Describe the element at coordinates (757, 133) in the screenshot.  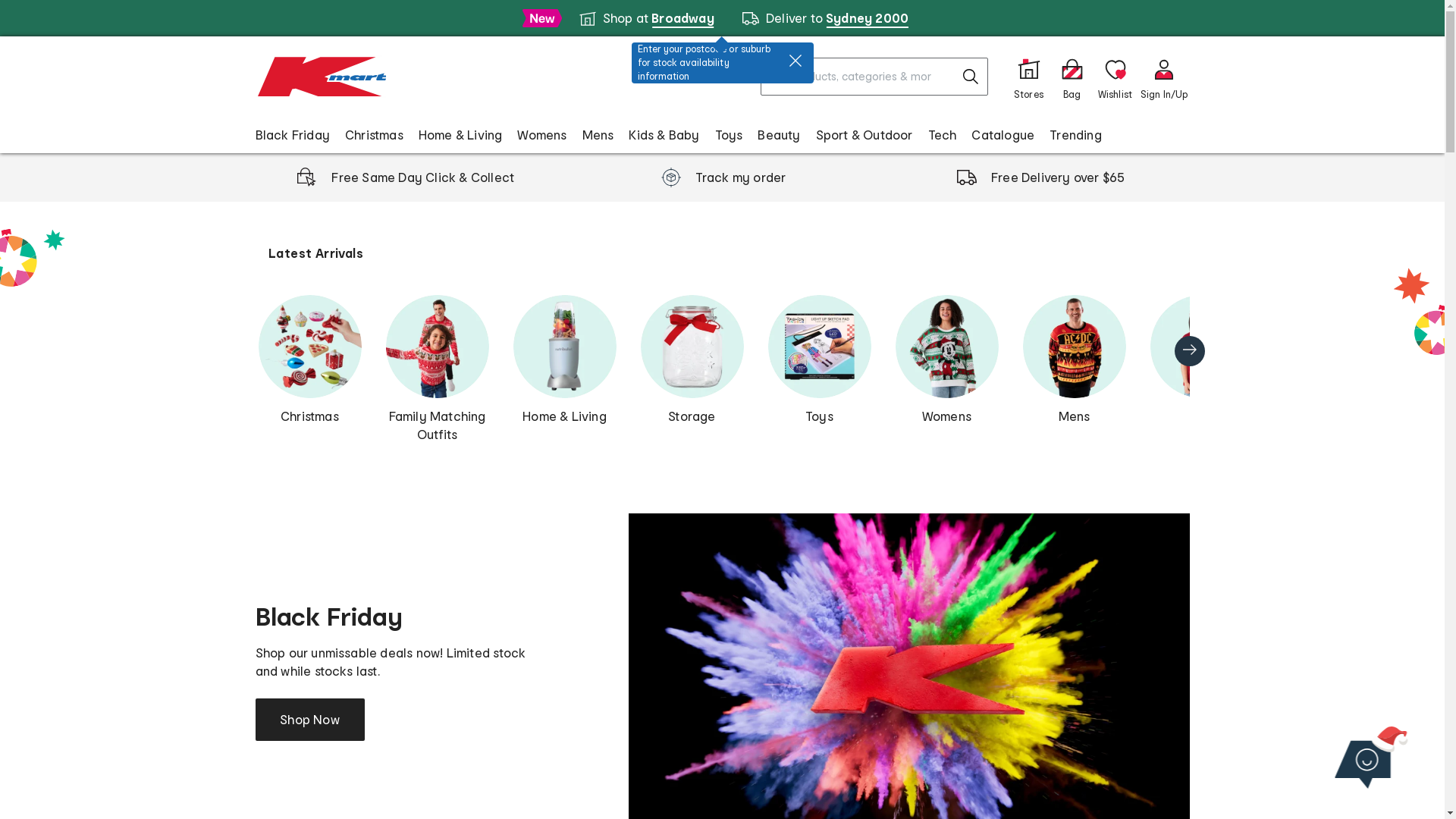
I see `'Beauty'` at that location.